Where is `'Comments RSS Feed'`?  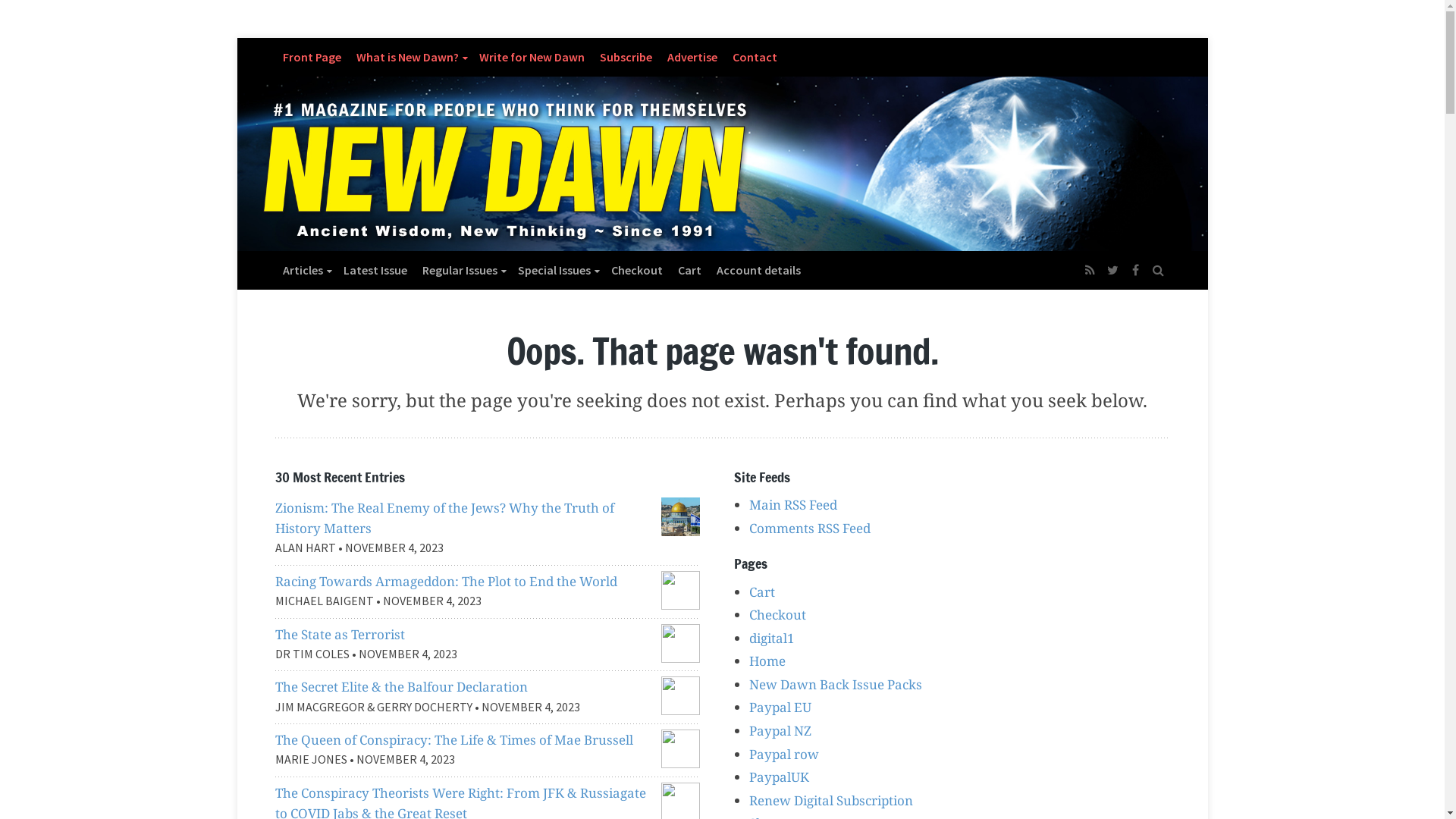
'Comments RSS Feed' is located at coordinates (808, 527).